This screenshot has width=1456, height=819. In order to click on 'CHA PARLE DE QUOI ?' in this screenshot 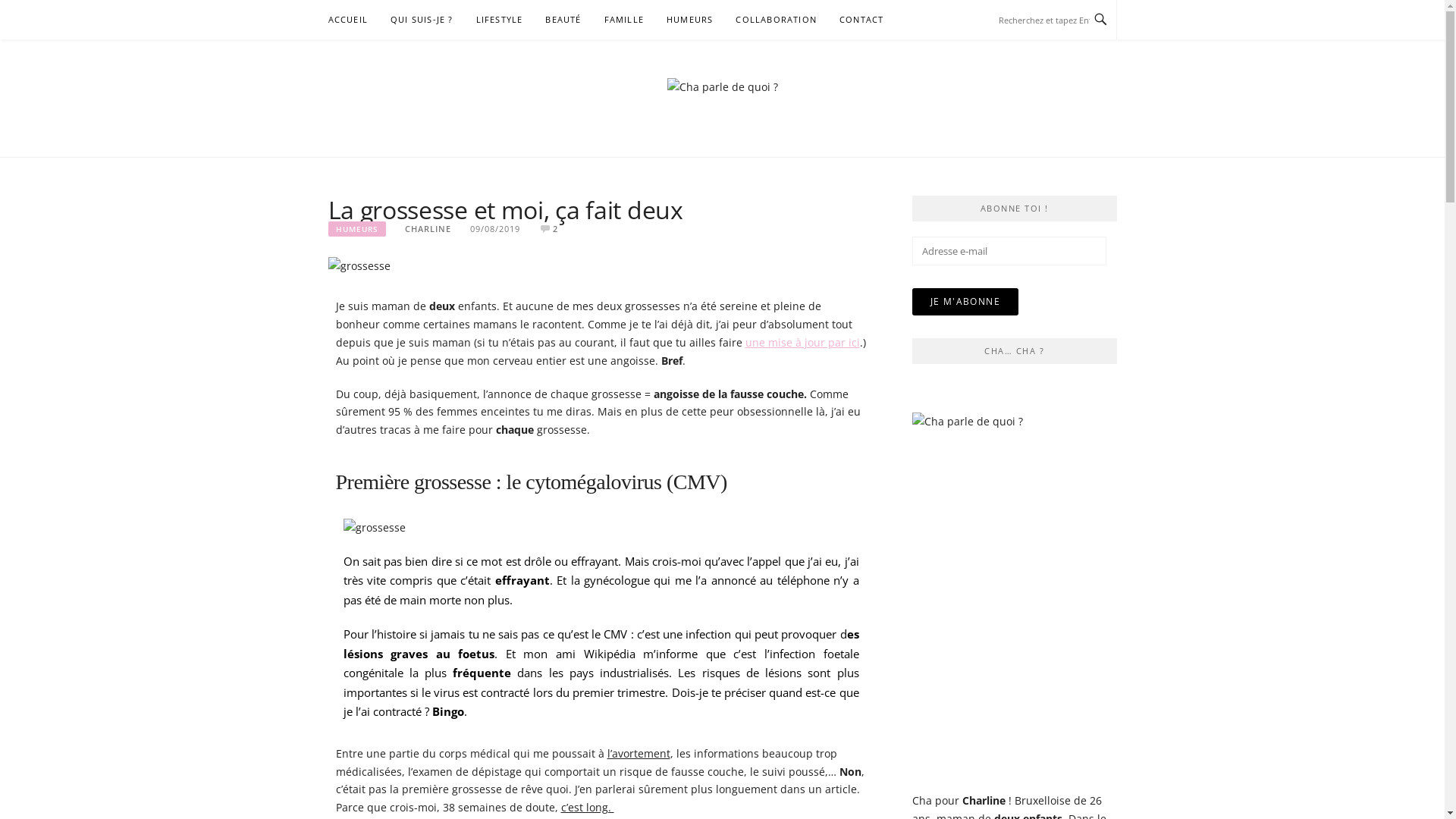, I will do `click(566, 141)`.